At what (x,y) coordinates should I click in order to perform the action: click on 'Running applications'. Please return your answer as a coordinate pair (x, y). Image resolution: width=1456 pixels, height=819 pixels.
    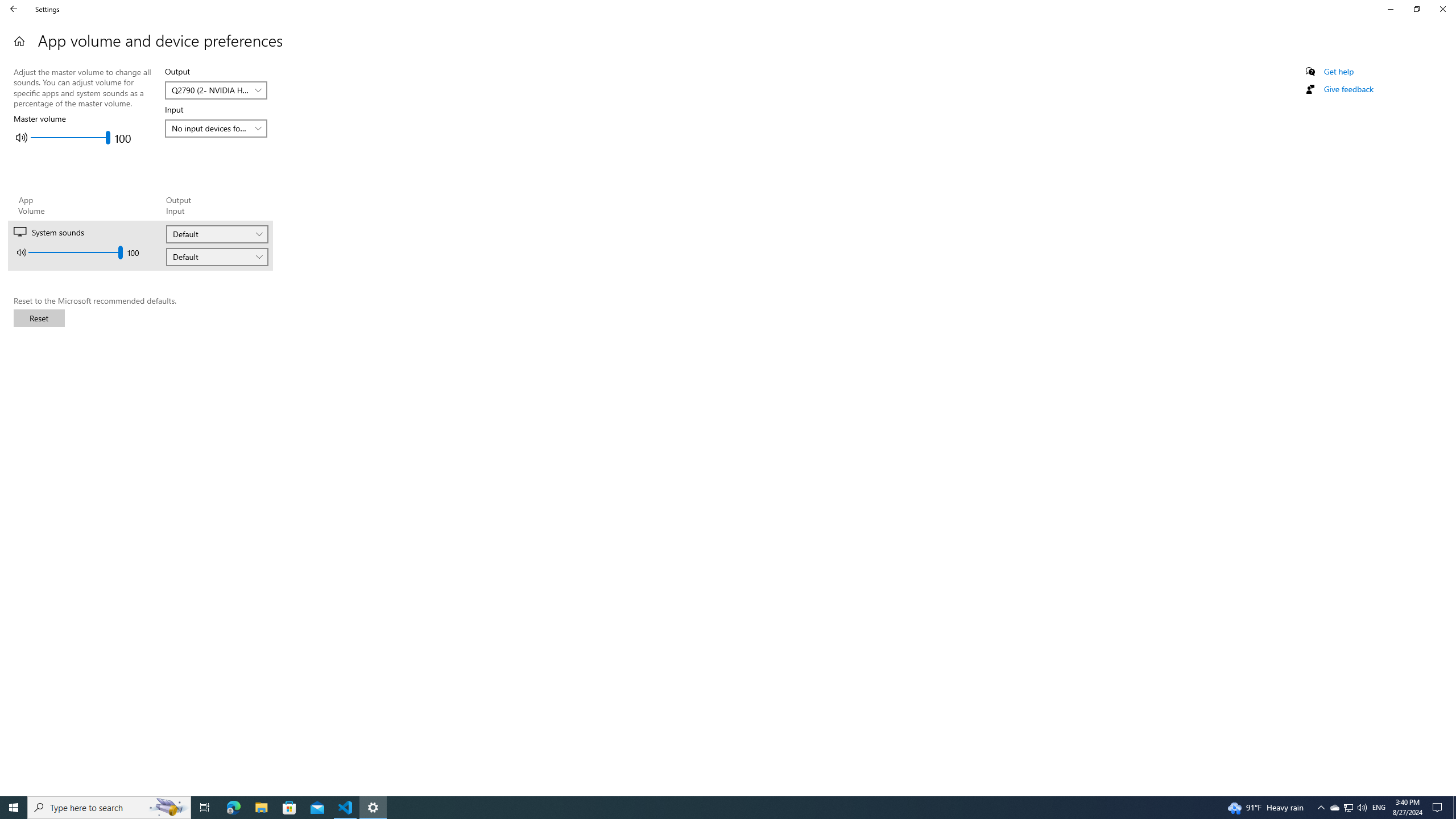
    Looking at the image, I should click on (706, 806).